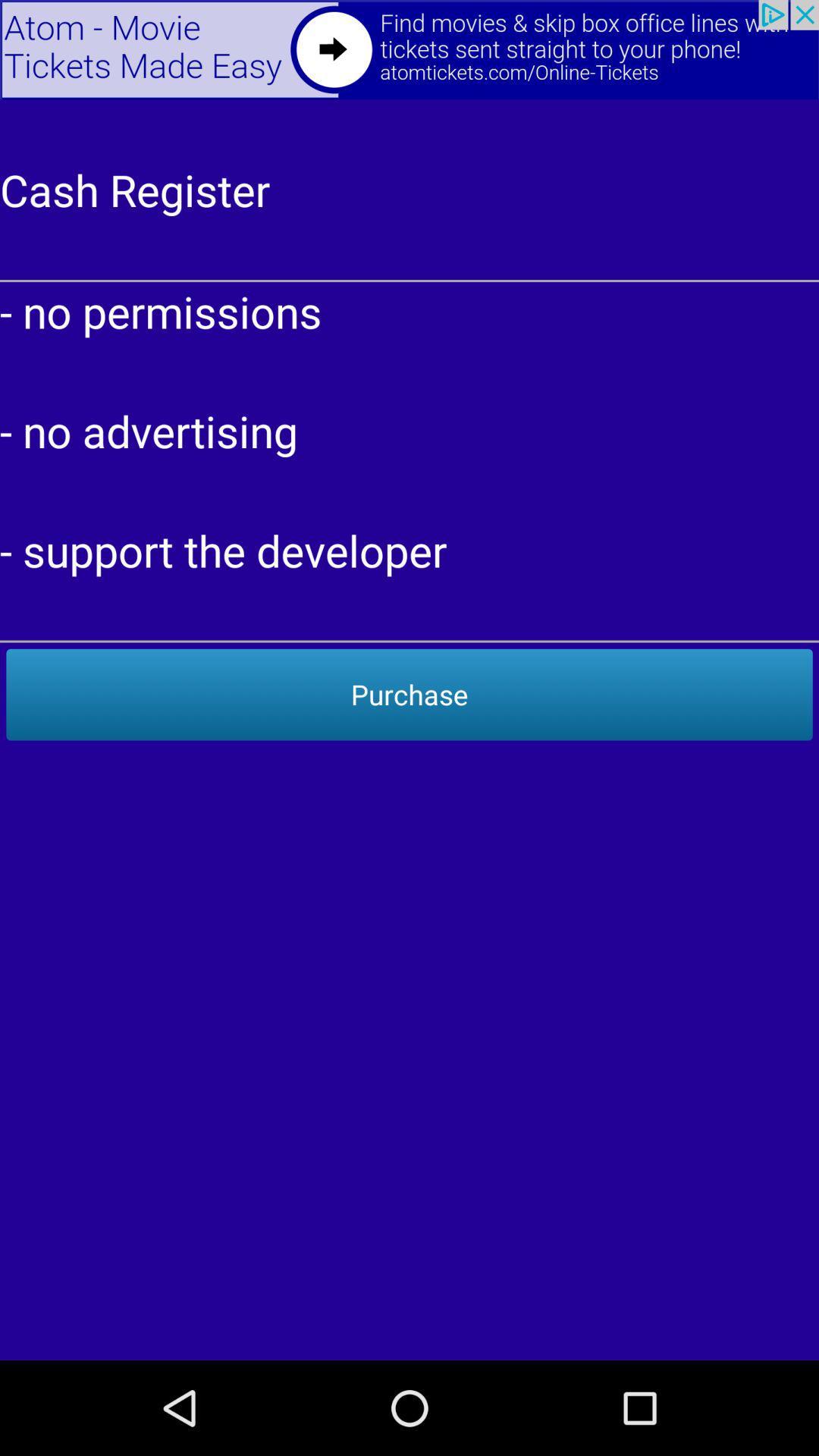  What do you see at coordinates (409, 49) in the screenshot?
I see `back` at bounding box center [409, 49].